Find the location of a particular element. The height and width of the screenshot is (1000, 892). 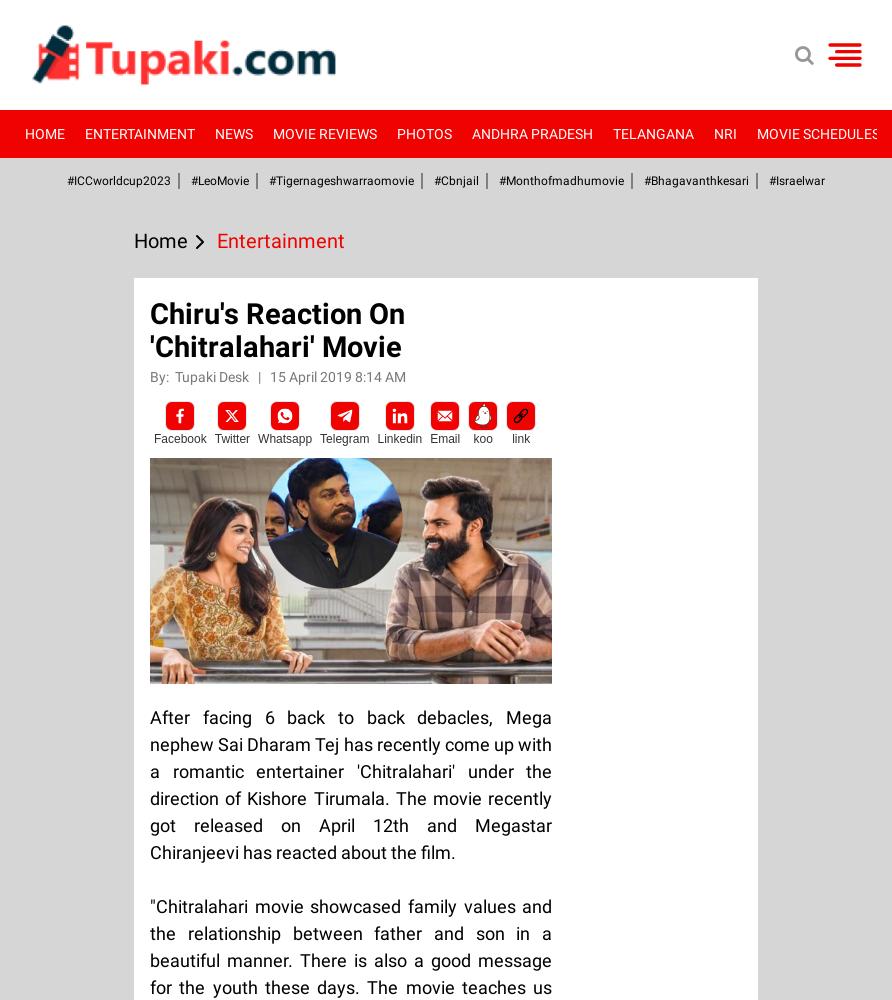

'Email' is located at coordinates (444, 438).